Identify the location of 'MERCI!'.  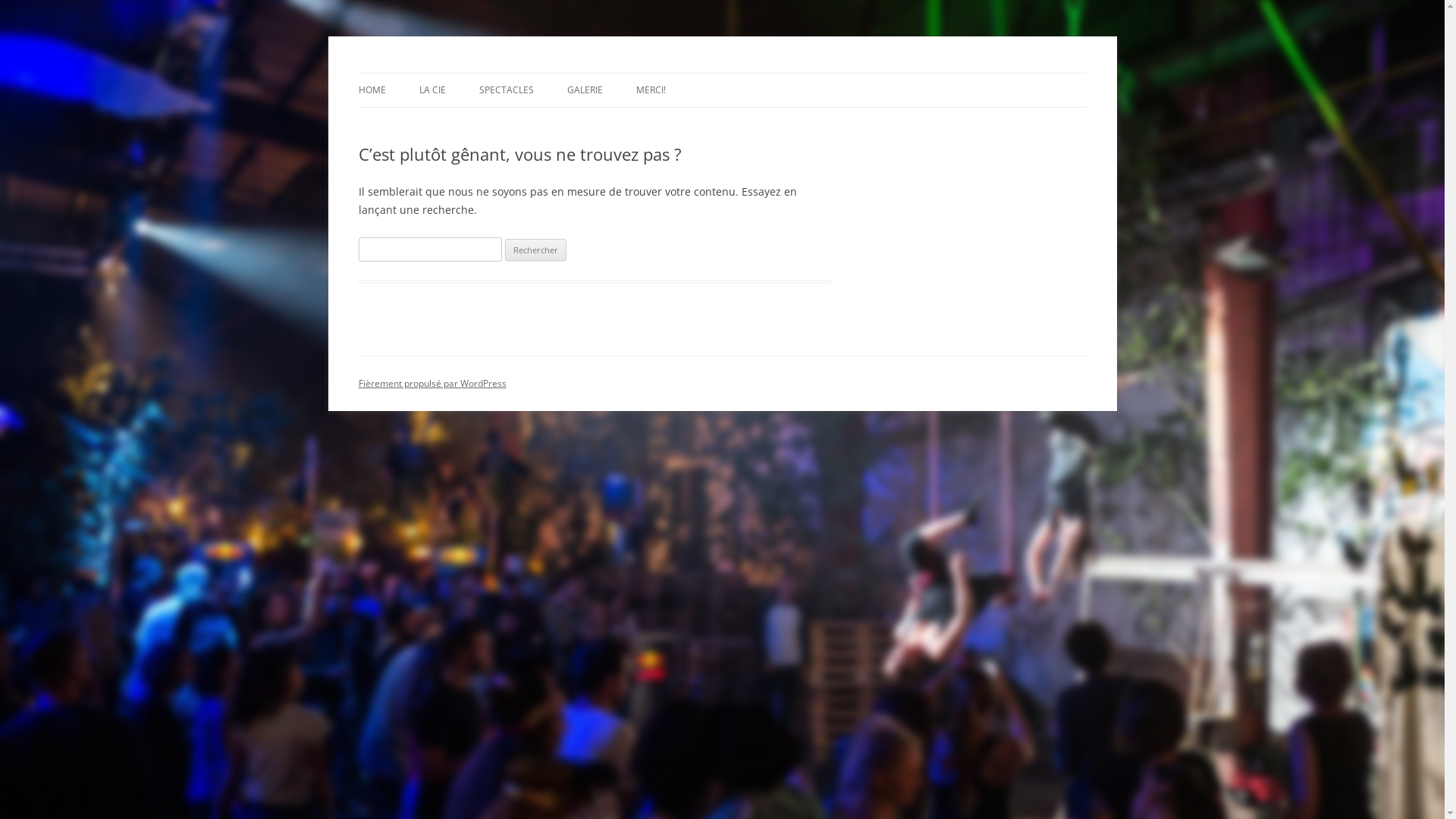
(650, 90).